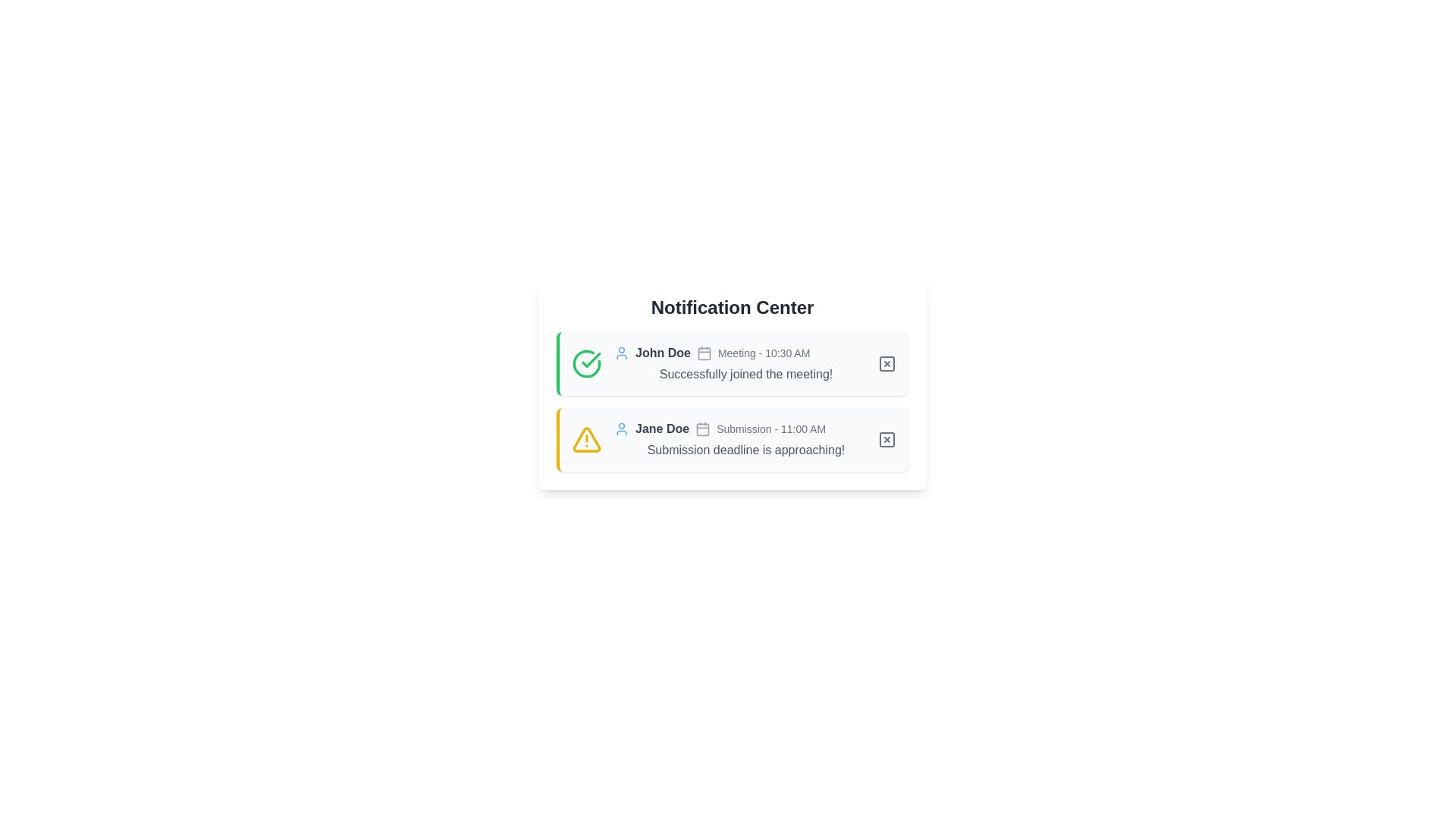 The width and height of the screenshot is (1456, 819). Describe the element at coordinates (585, 439) in the screenshot. I see `the warning triangle icon with an exclamation point inside, located on the left side of the second notification card labeled 'Jane Doe'` at that location.